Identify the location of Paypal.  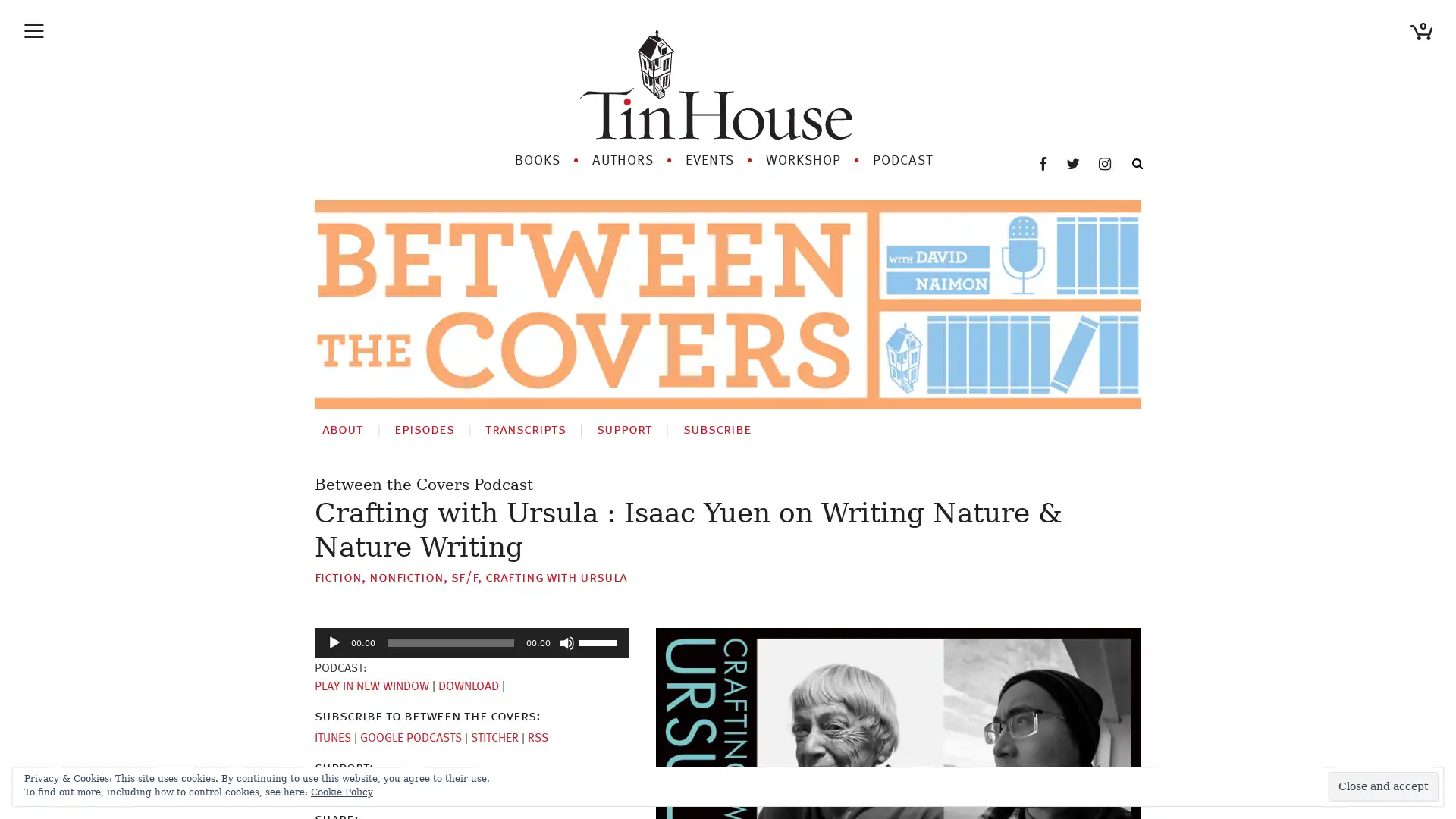
(388, 789).